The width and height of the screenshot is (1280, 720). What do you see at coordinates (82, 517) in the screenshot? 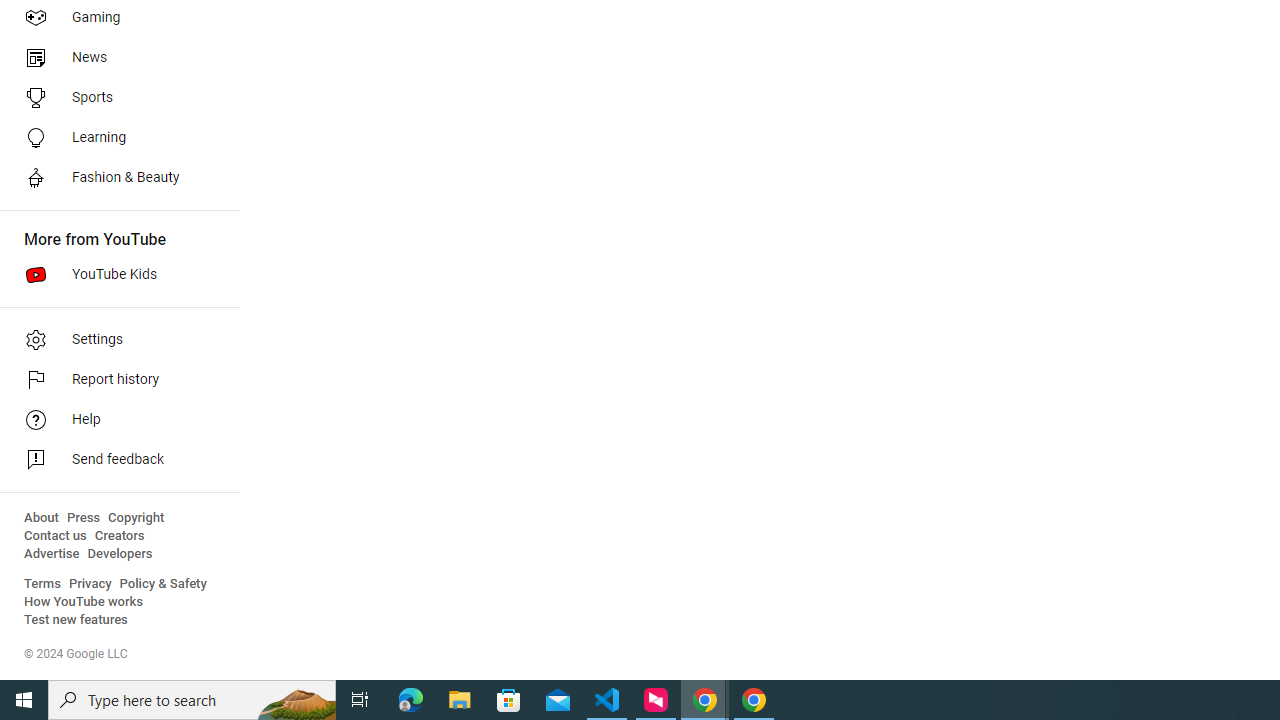
I see `'Press'` at bounding box center [82, 517].